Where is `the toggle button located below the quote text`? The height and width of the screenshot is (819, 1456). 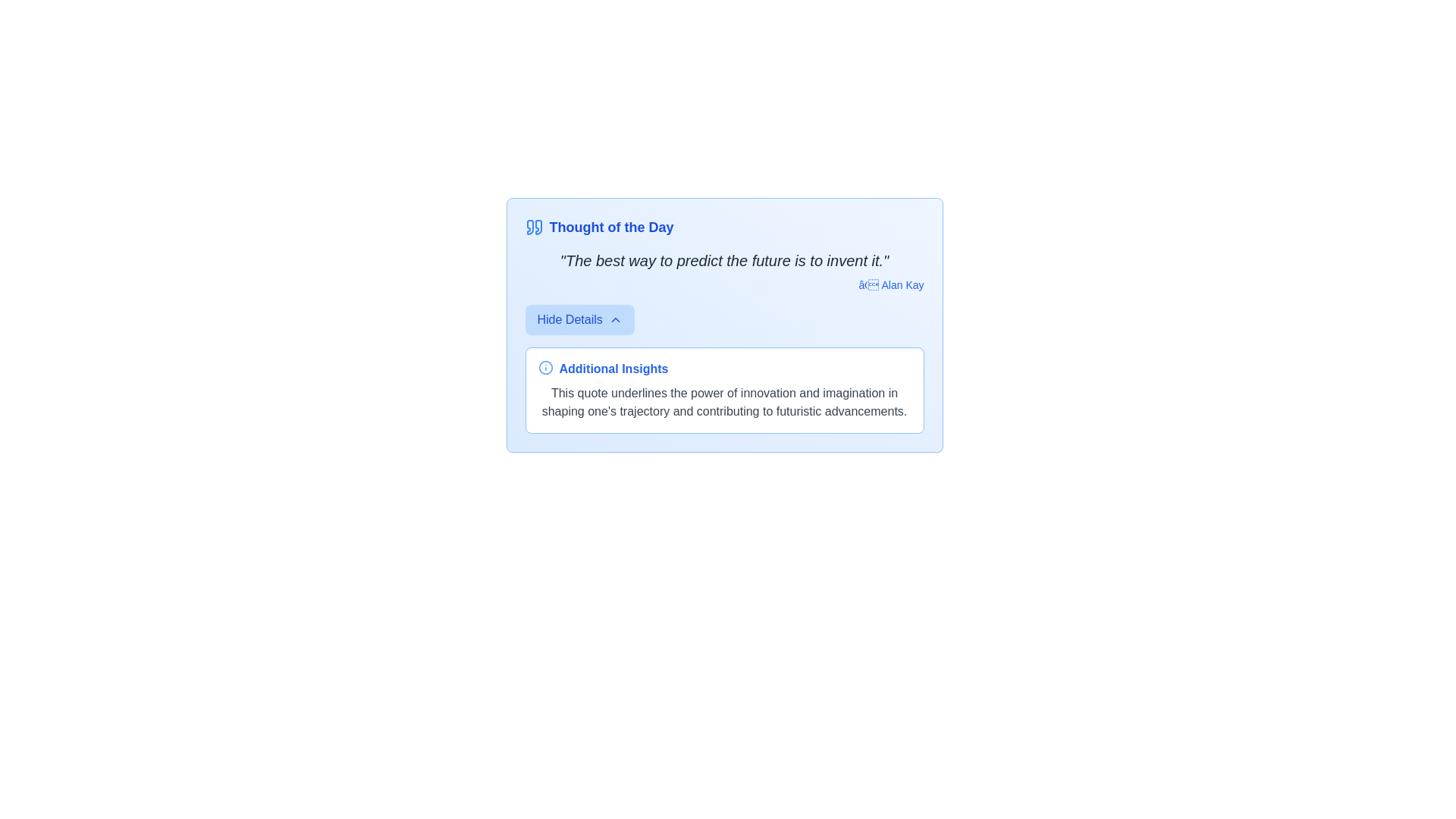 the toggle button located below the quote text is located at coordinates (579, 318).